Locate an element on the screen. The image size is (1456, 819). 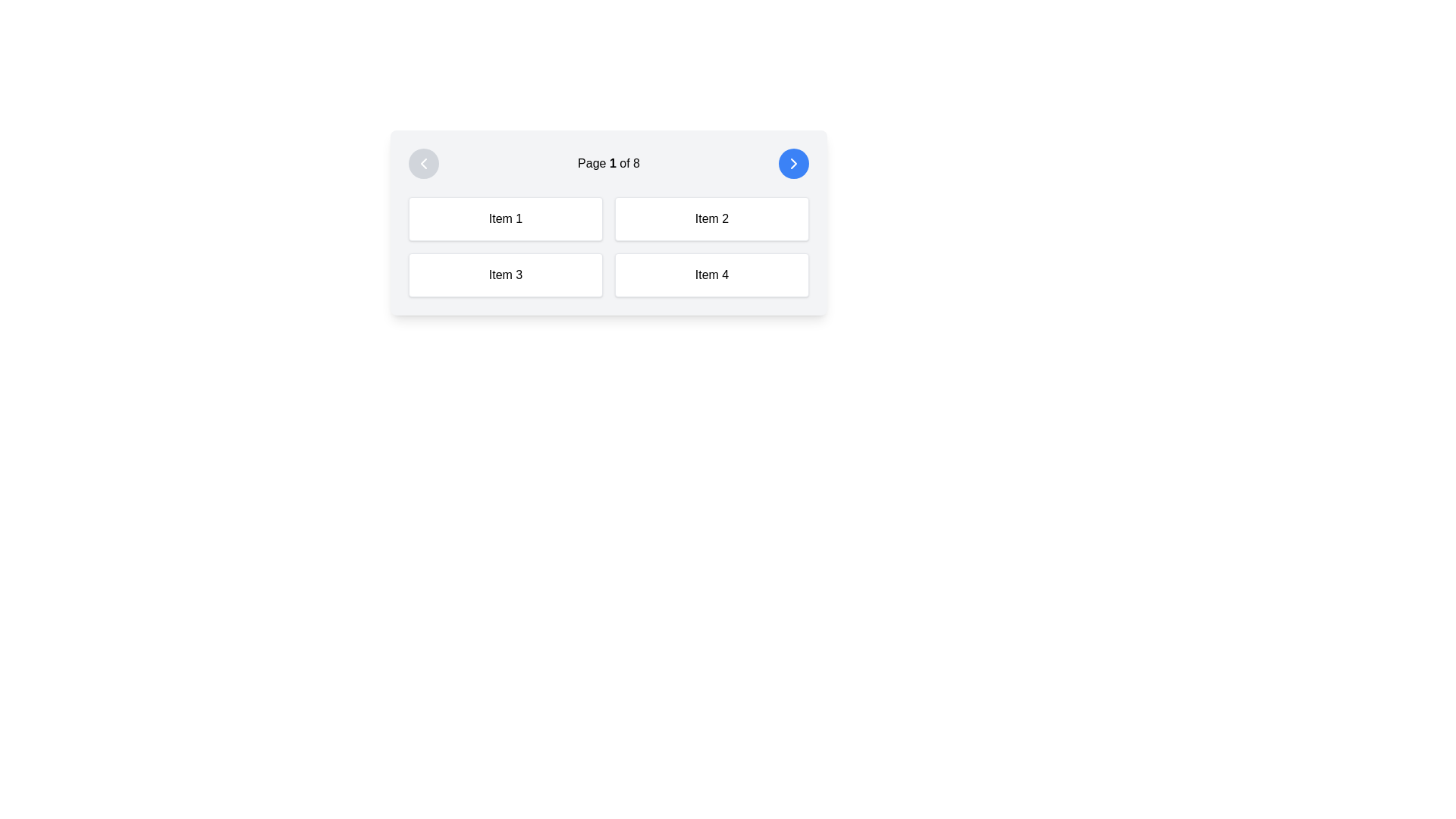
the text label displaying 'Page 1 of 8', which shows the current page status within the pagination control is located at coordinates (608, 164).